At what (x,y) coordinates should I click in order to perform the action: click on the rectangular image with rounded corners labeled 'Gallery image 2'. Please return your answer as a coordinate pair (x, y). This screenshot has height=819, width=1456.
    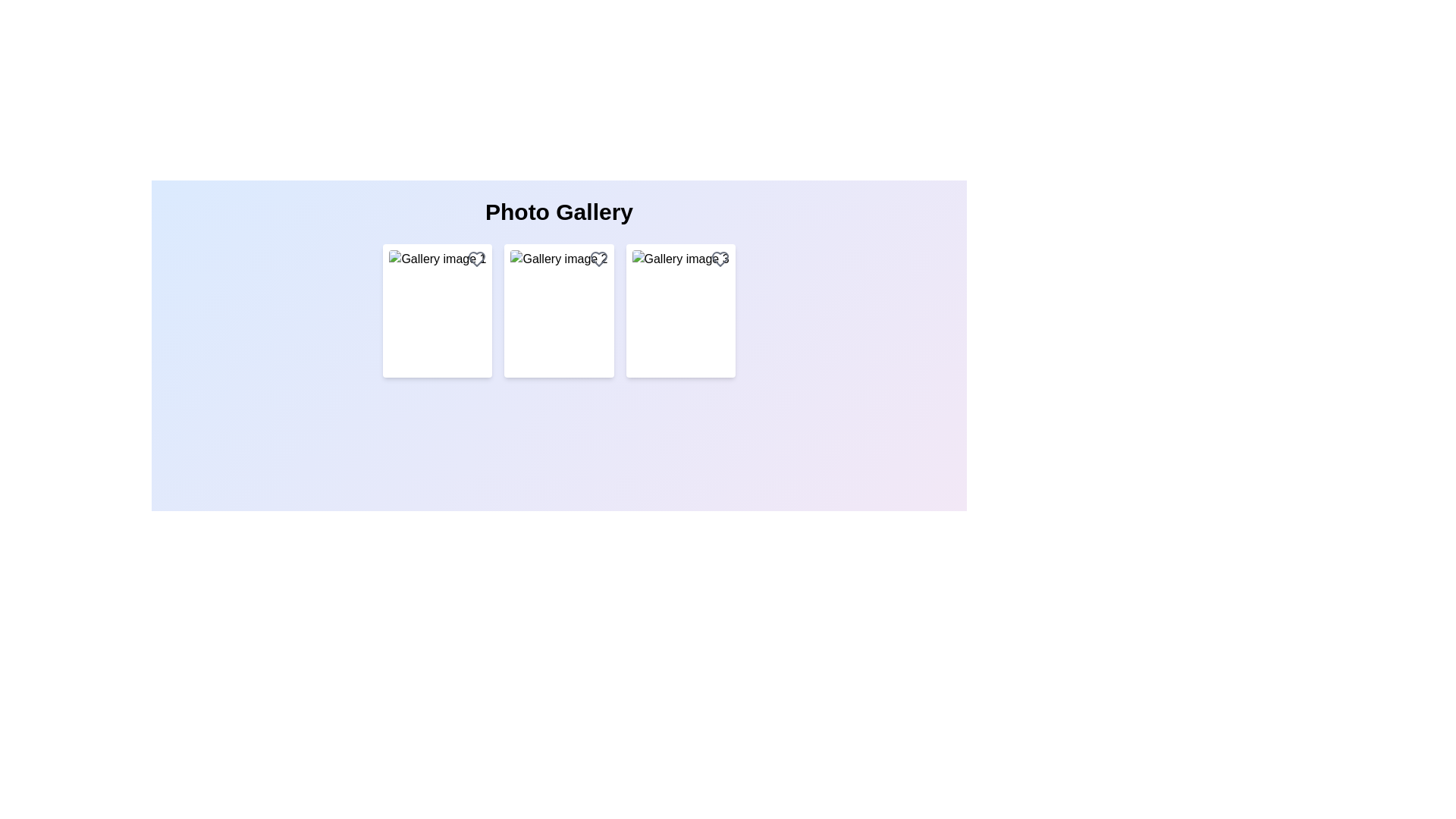
    Looking at the image, I should click on (558, 309).